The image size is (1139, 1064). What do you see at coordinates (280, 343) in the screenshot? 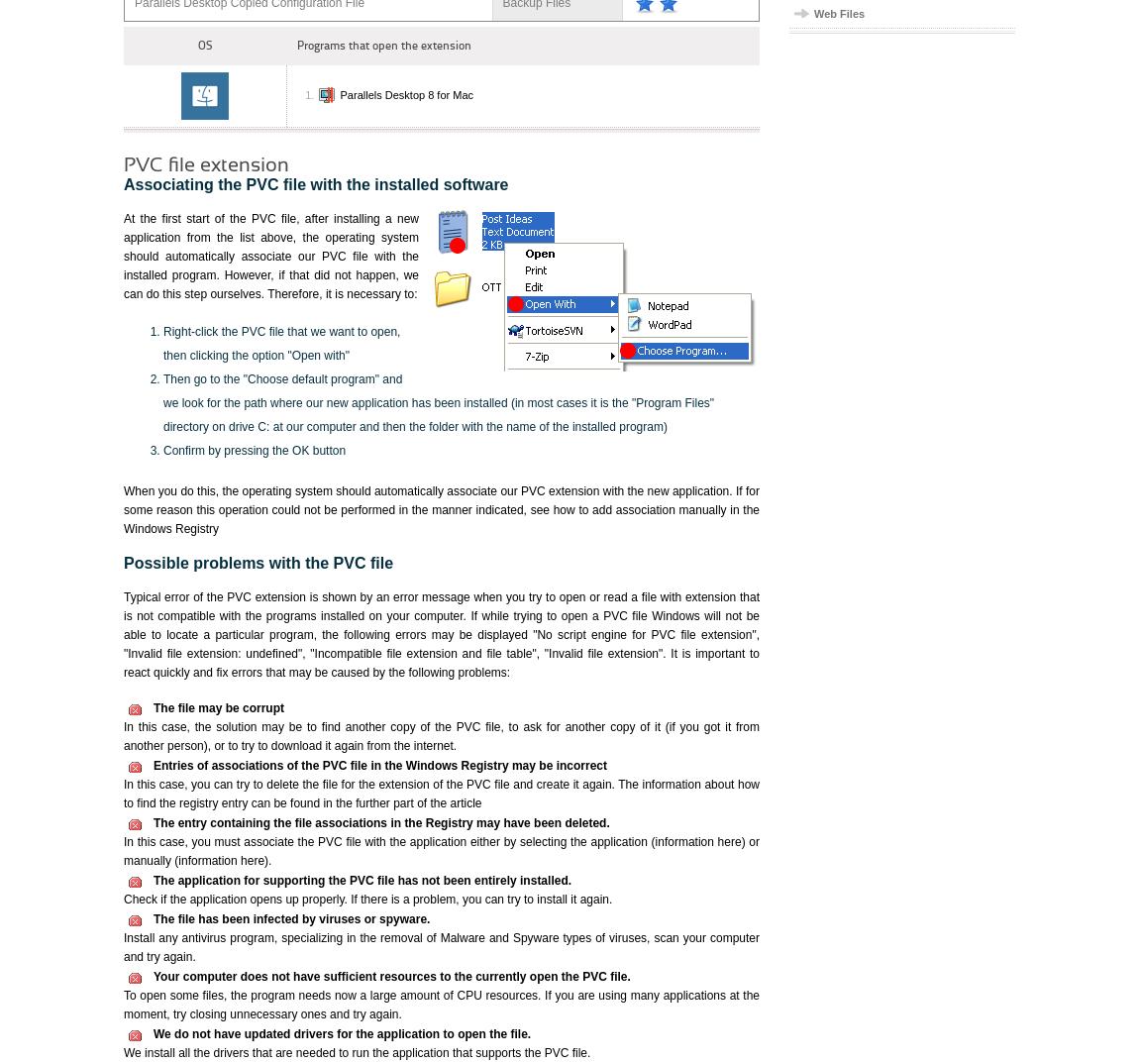
I see `'Right-click the PVC file that we want to open, then clicking the option "Open with"'` at bounding box center [280, 343].